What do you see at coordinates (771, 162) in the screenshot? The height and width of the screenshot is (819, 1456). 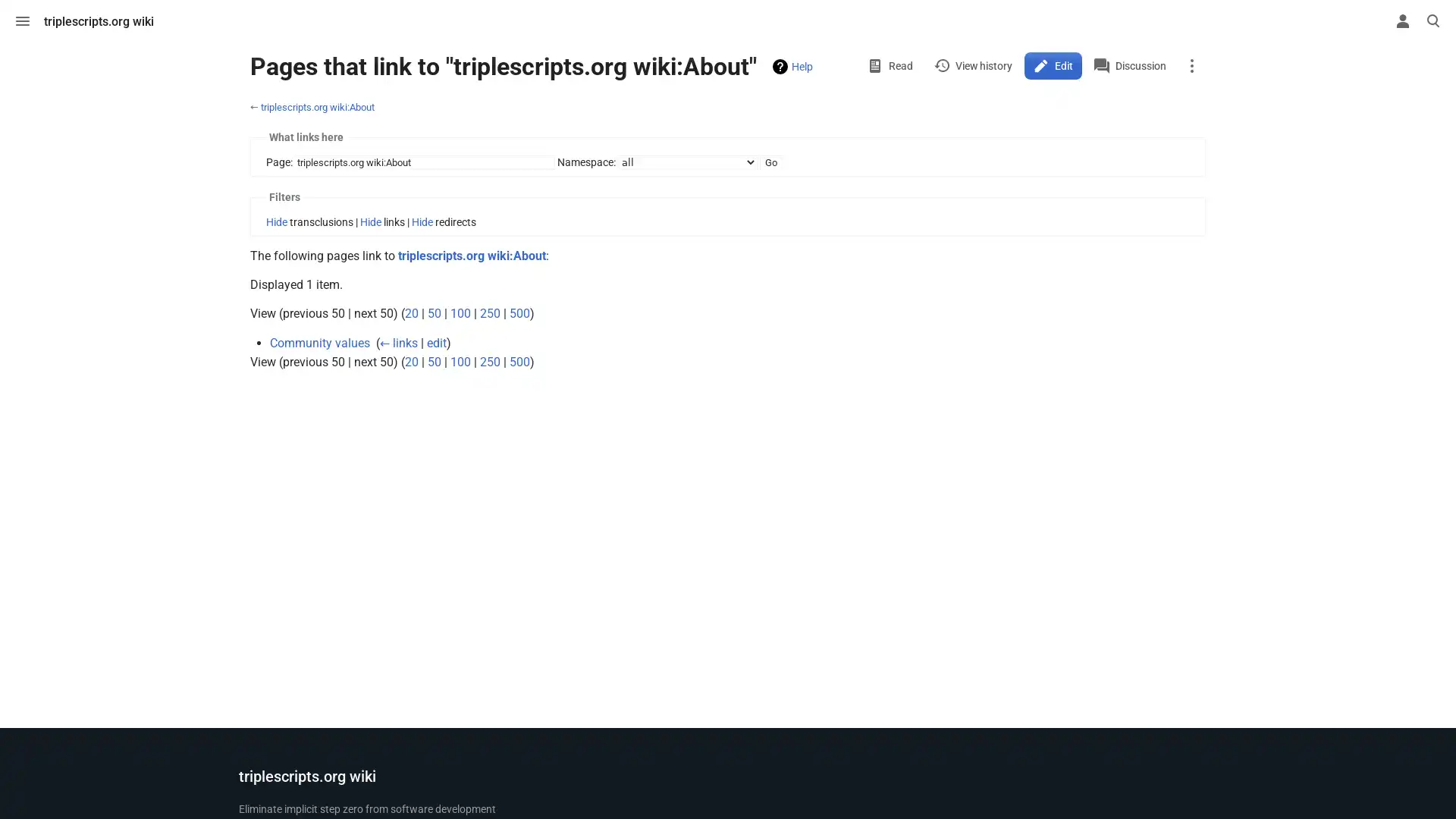 I see `Go` at bounding box center [771, 162].